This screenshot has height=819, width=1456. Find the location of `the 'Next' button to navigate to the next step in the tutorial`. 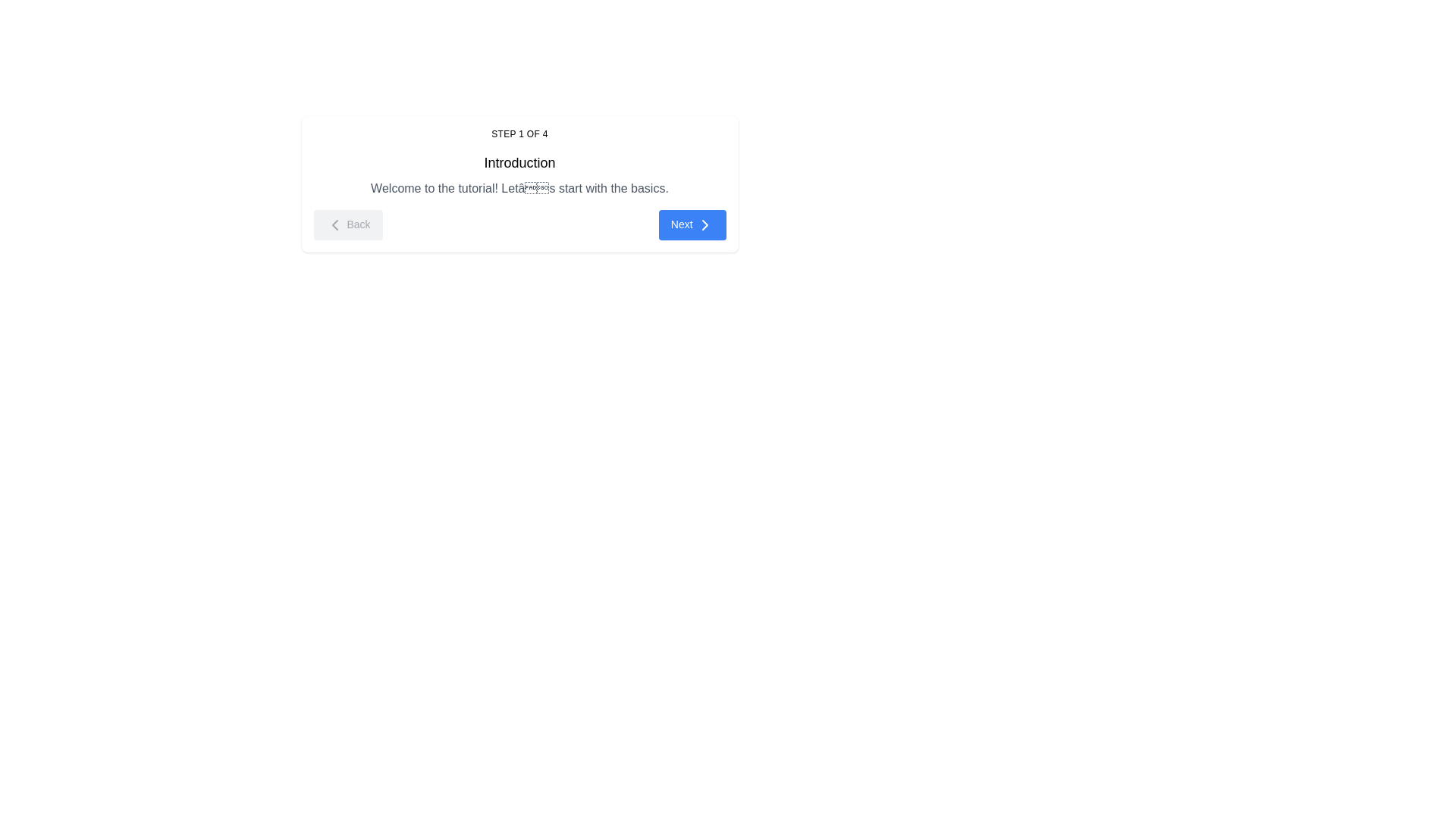

the 'Next' button to navigate to the next step in the tutorial is located at coordinates (692, 225).